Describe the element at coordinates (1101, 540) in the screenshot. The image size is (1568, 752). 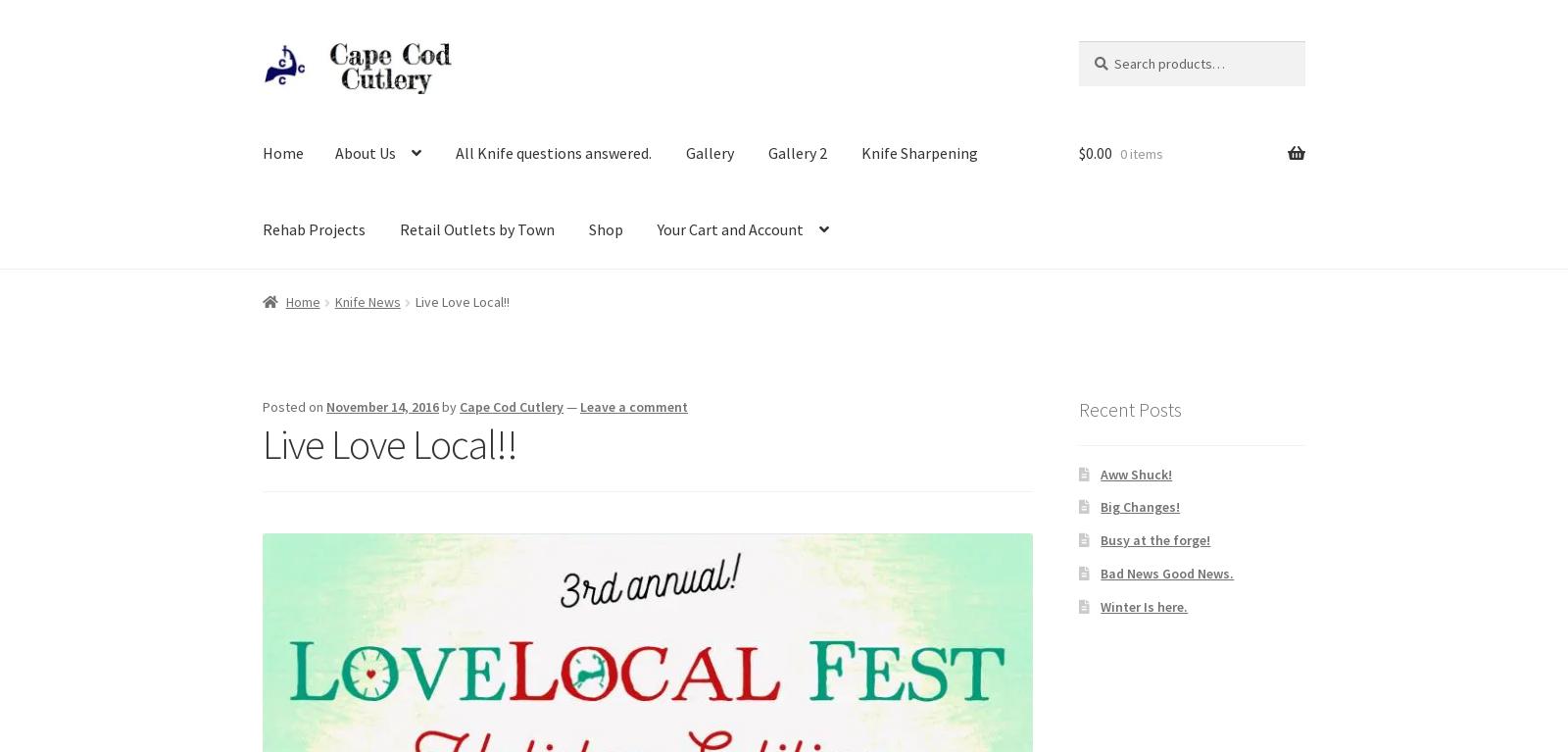
I see `'Busy at the forge!'` at that location.